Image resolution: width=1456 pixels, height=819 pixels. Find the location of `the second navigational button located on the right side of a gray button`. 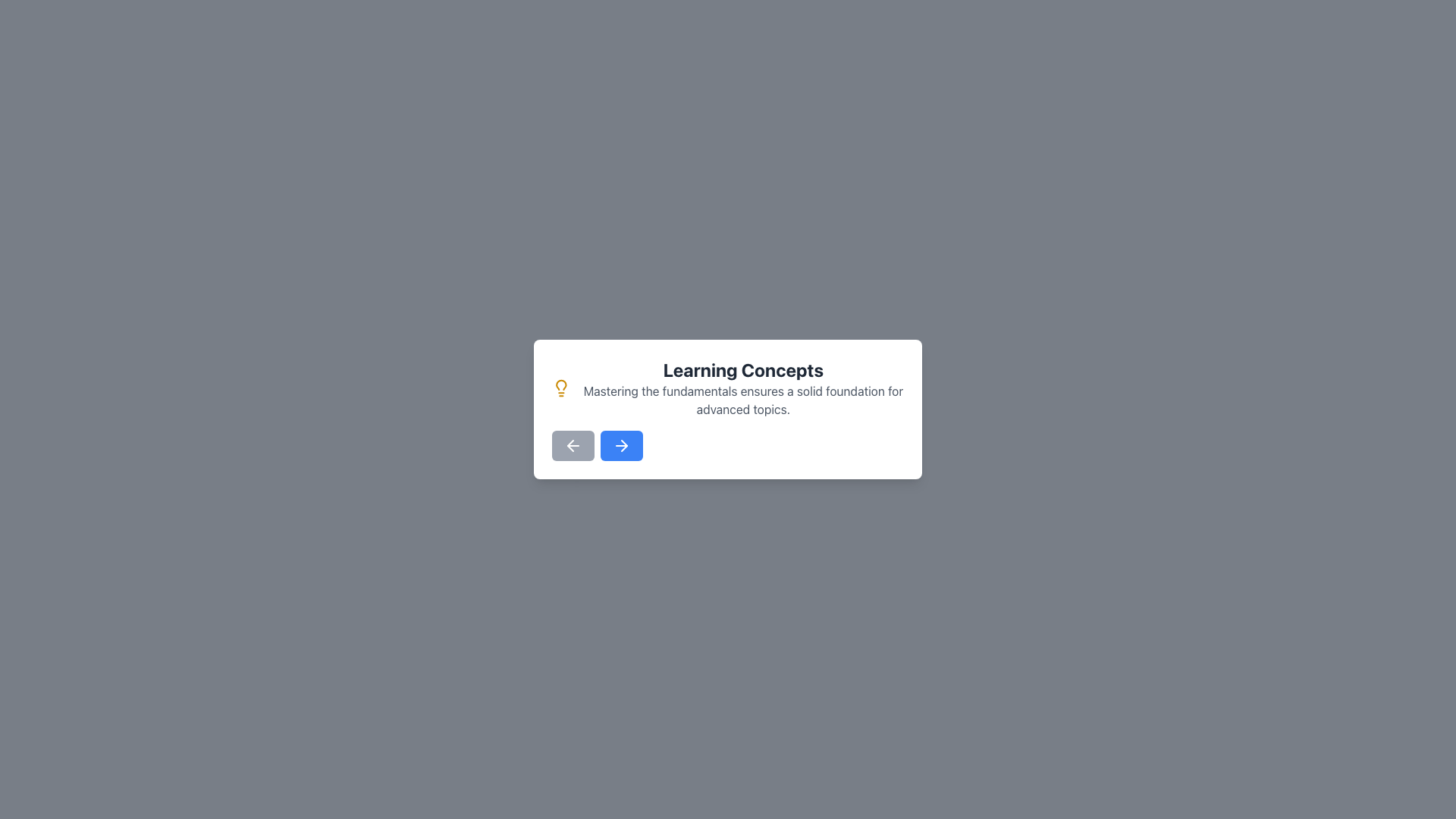

the second navigational button located on the right side of a gray button is located at coordinates (622, 444).